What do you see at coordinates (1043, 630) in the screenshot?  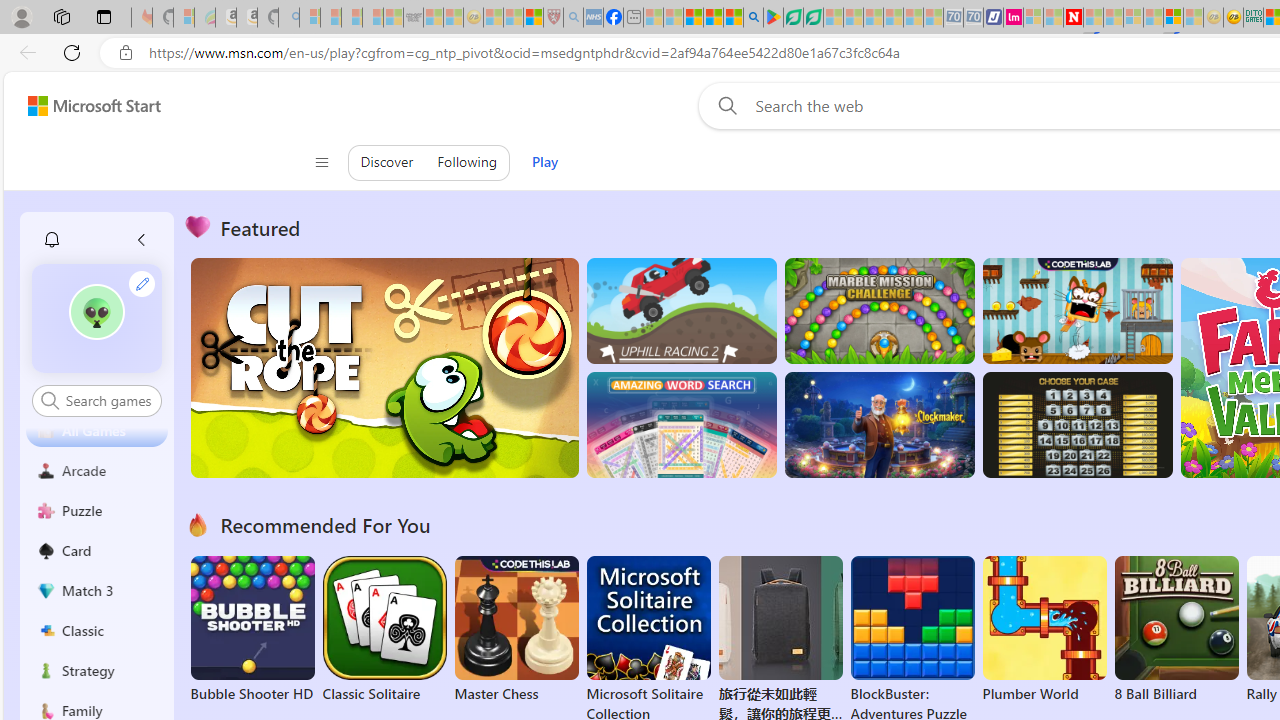 I see `'Plumber World'` at bounding box center [1043, 630].